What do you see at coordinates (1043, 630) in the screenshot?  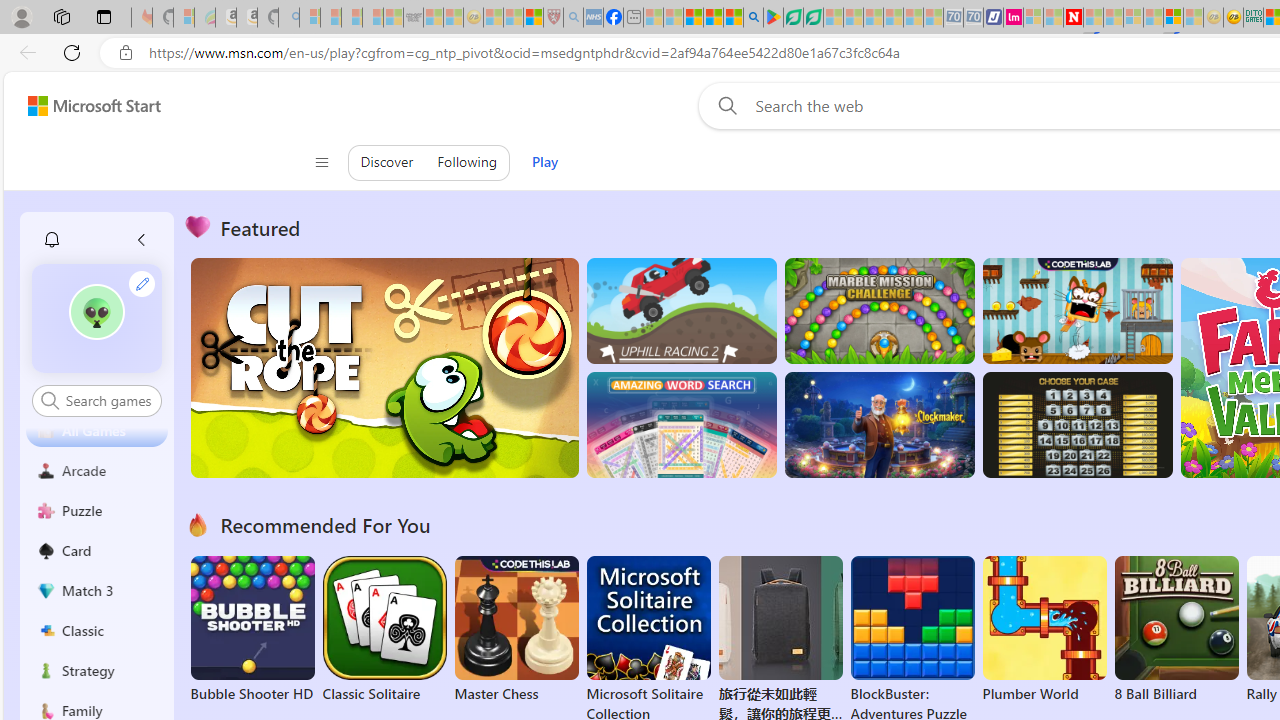 I see `'Plumber World'` at bounding box center [1043, 630].